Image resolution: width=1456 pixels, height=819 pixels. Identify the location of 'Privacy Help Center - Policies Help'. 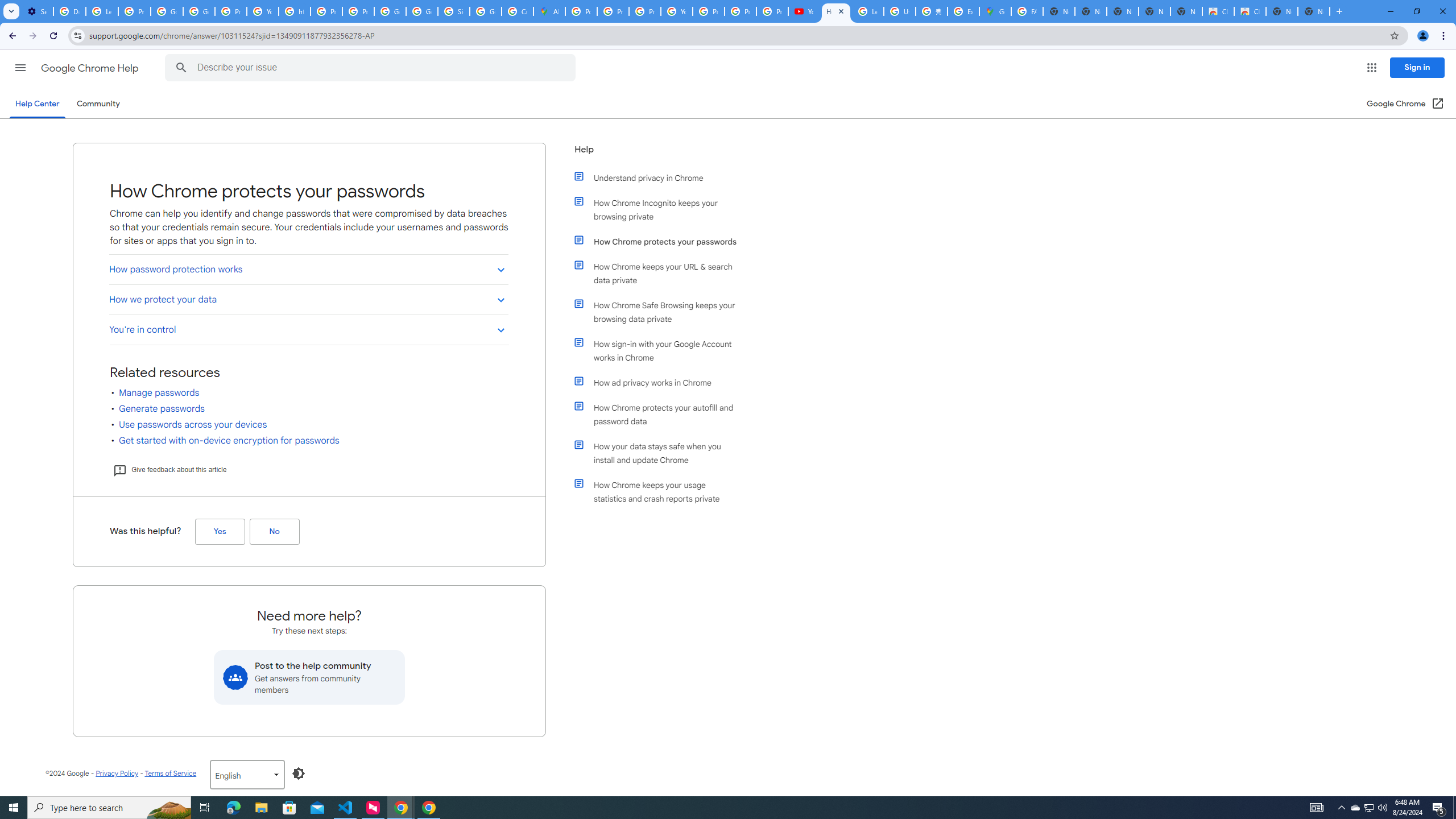
(644, 11).